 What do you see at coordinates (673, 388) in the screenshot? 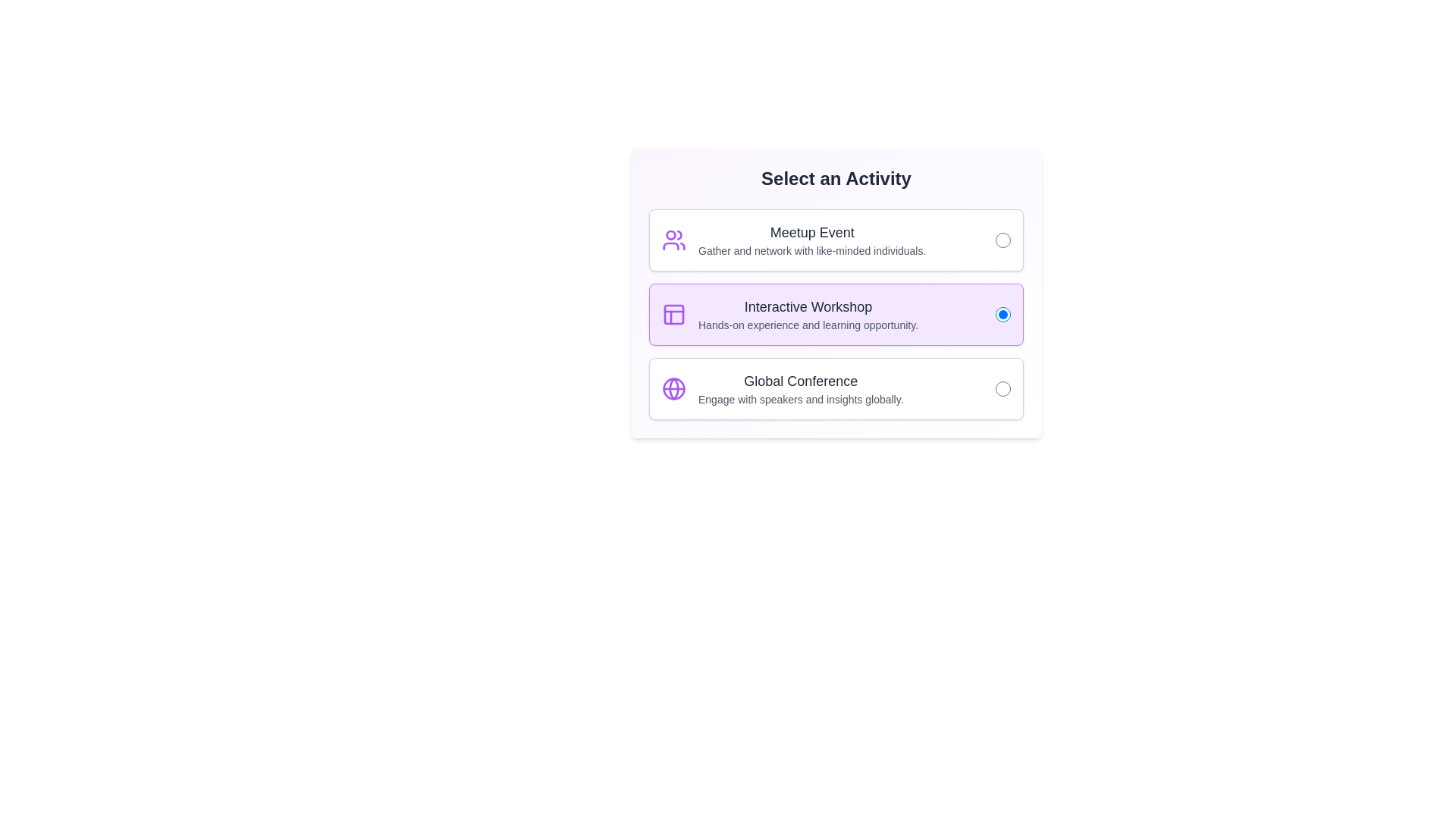
I see `the circular outline of the globe-like shape styled with a purple stroke color, which represents the 'Global Conference' option in the vertical list of activities` at bounding box center [673, 388].